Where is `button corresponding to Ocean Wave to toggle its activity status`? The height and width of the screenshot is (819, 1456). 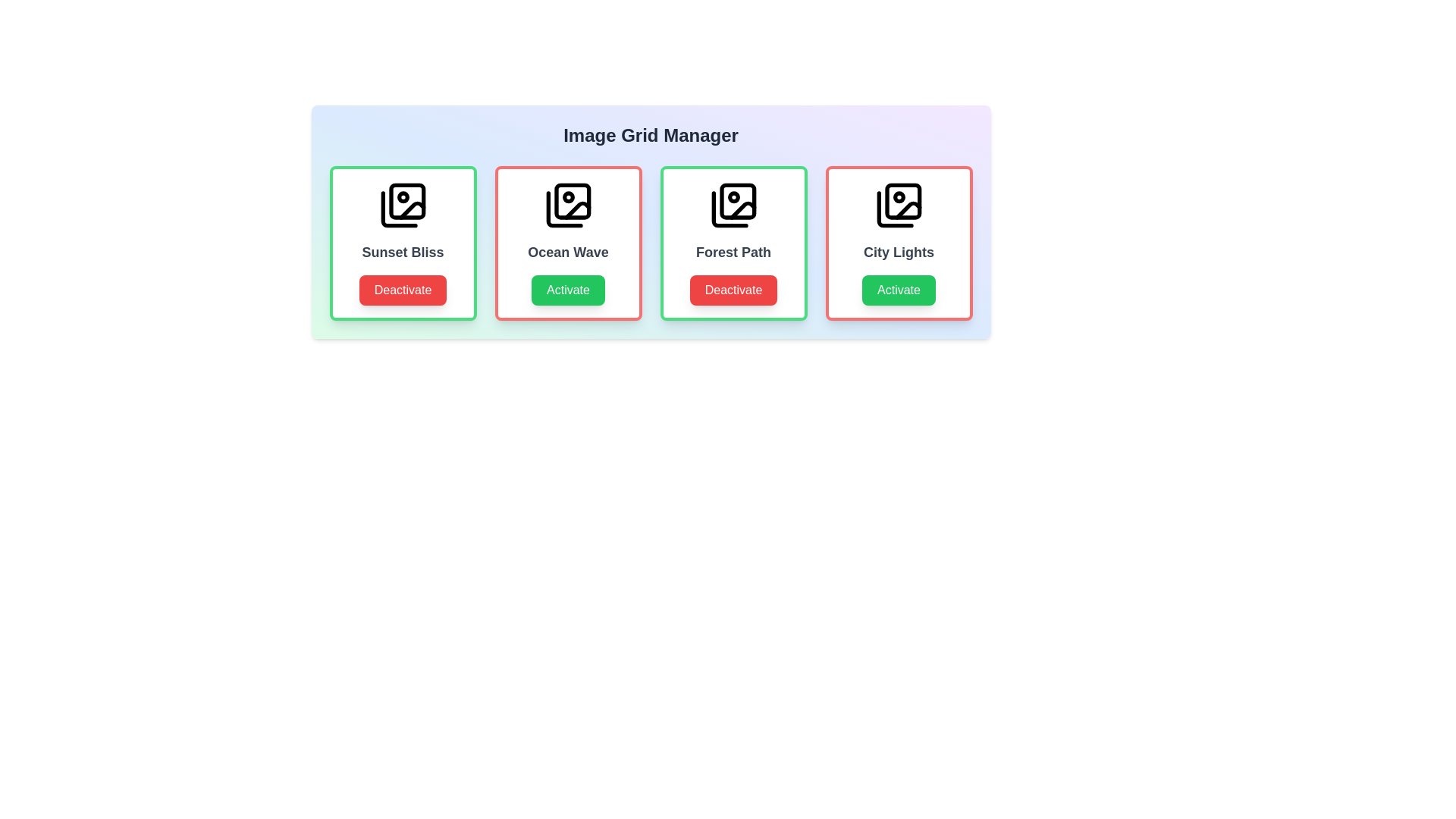
button corresponding to Ocean Wave to toggle its activity status is located at coordinates (567, 290).